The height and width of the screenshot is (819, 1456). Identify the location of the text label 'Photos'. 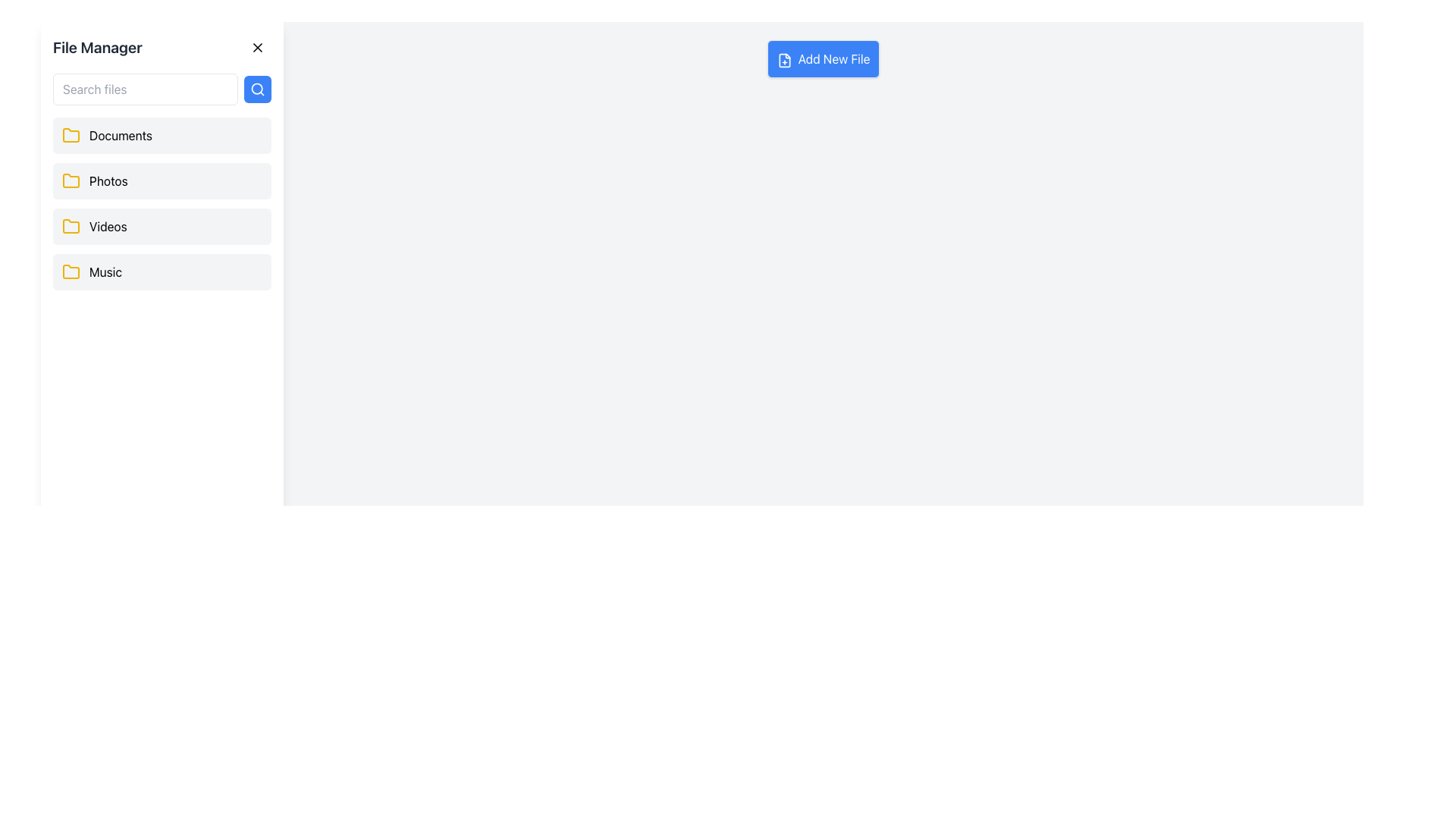
(108, 180).